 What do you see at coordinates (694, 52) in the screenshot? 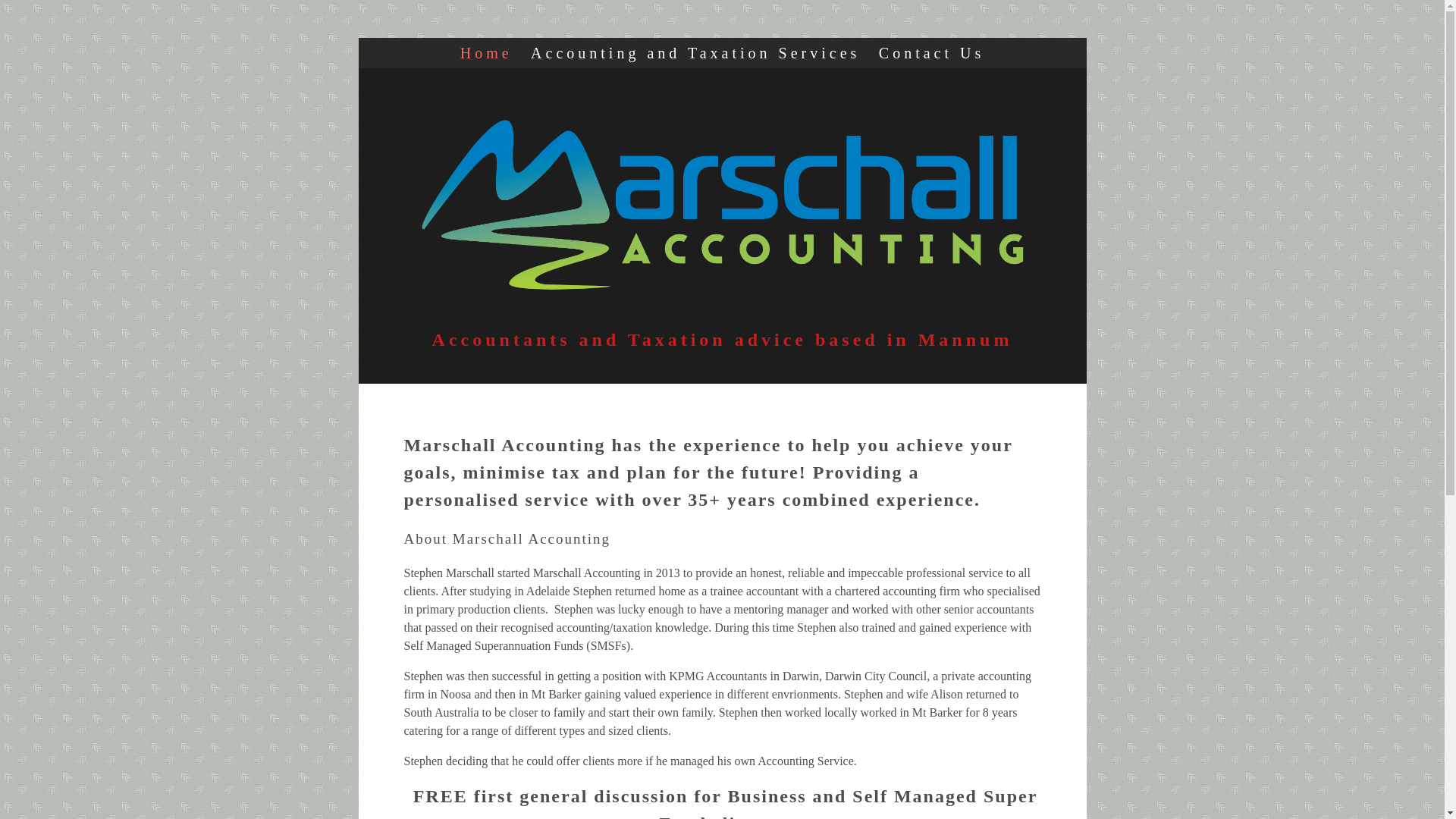
I see `'Accounting and Taxation Services'` at bounding box center [694, 52].